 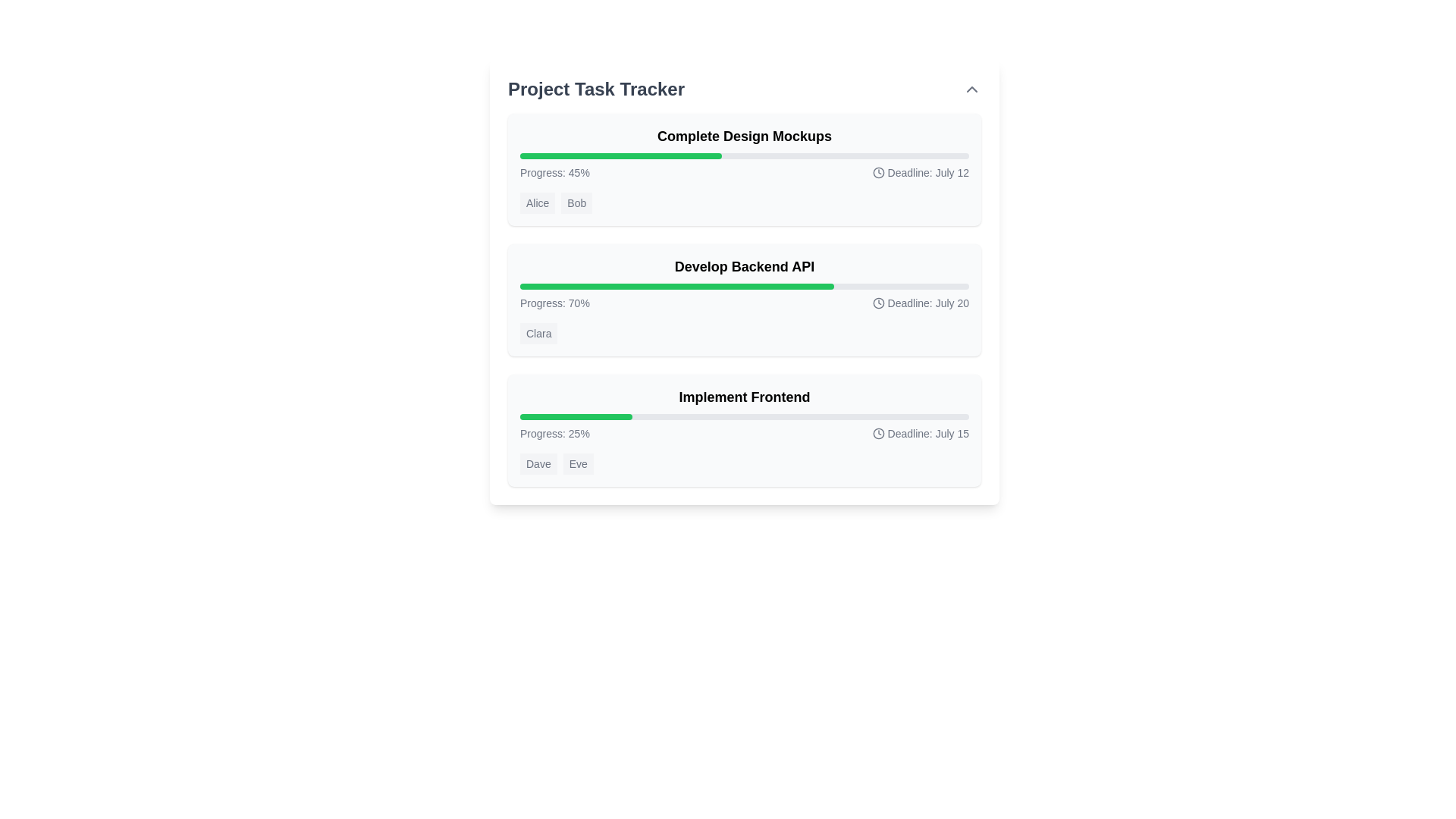 What do you see at coordinates (621, 155) in the screenshot?
I see `the progress bar representing 45% completion of the task labeled 'Complete Design Mockups'` at bounding box center [621, 155].